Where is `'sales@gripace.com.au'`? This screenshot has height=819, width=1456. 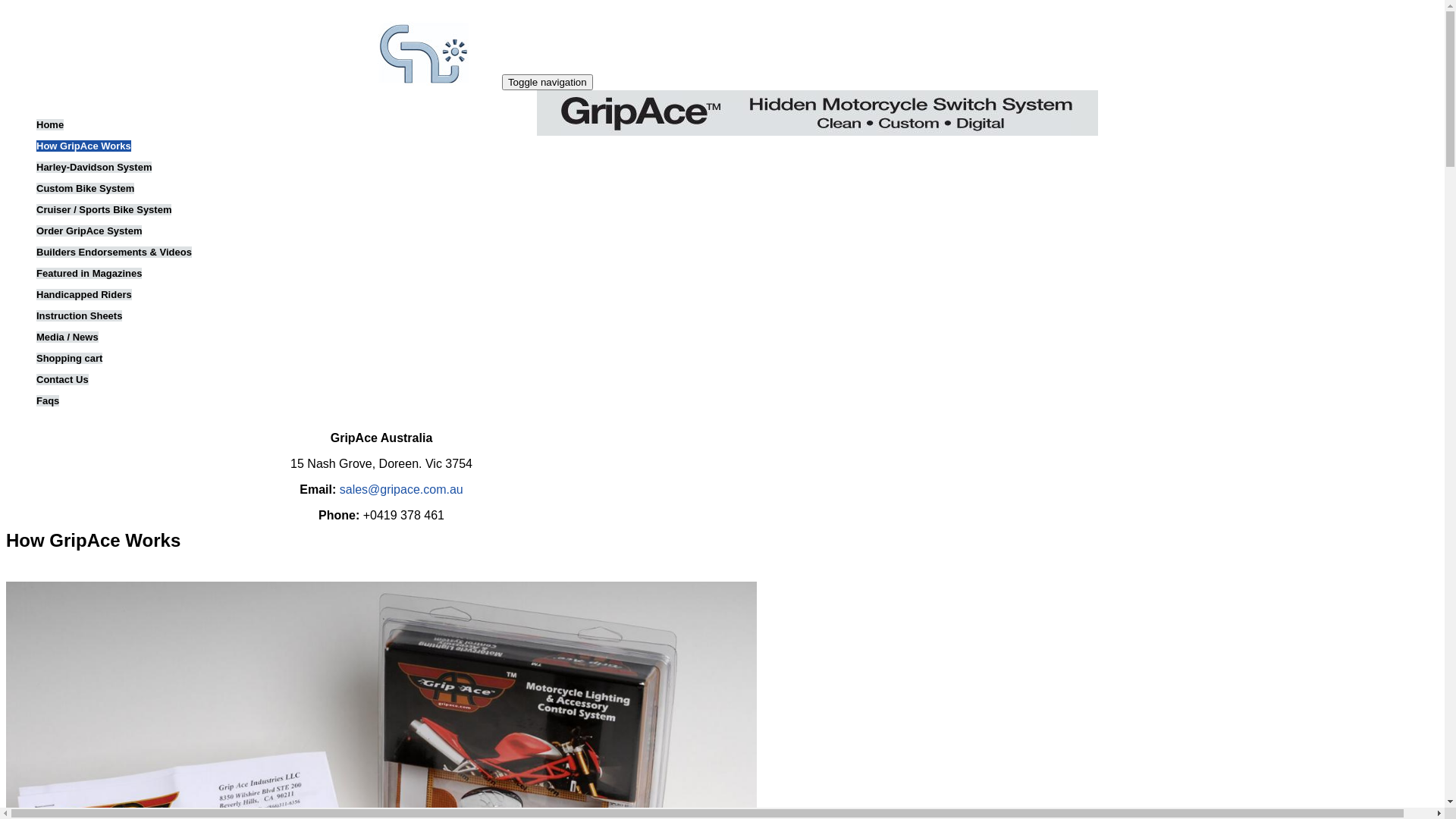 'sales@gripace.com.au' is located at coordinates (401, 489).